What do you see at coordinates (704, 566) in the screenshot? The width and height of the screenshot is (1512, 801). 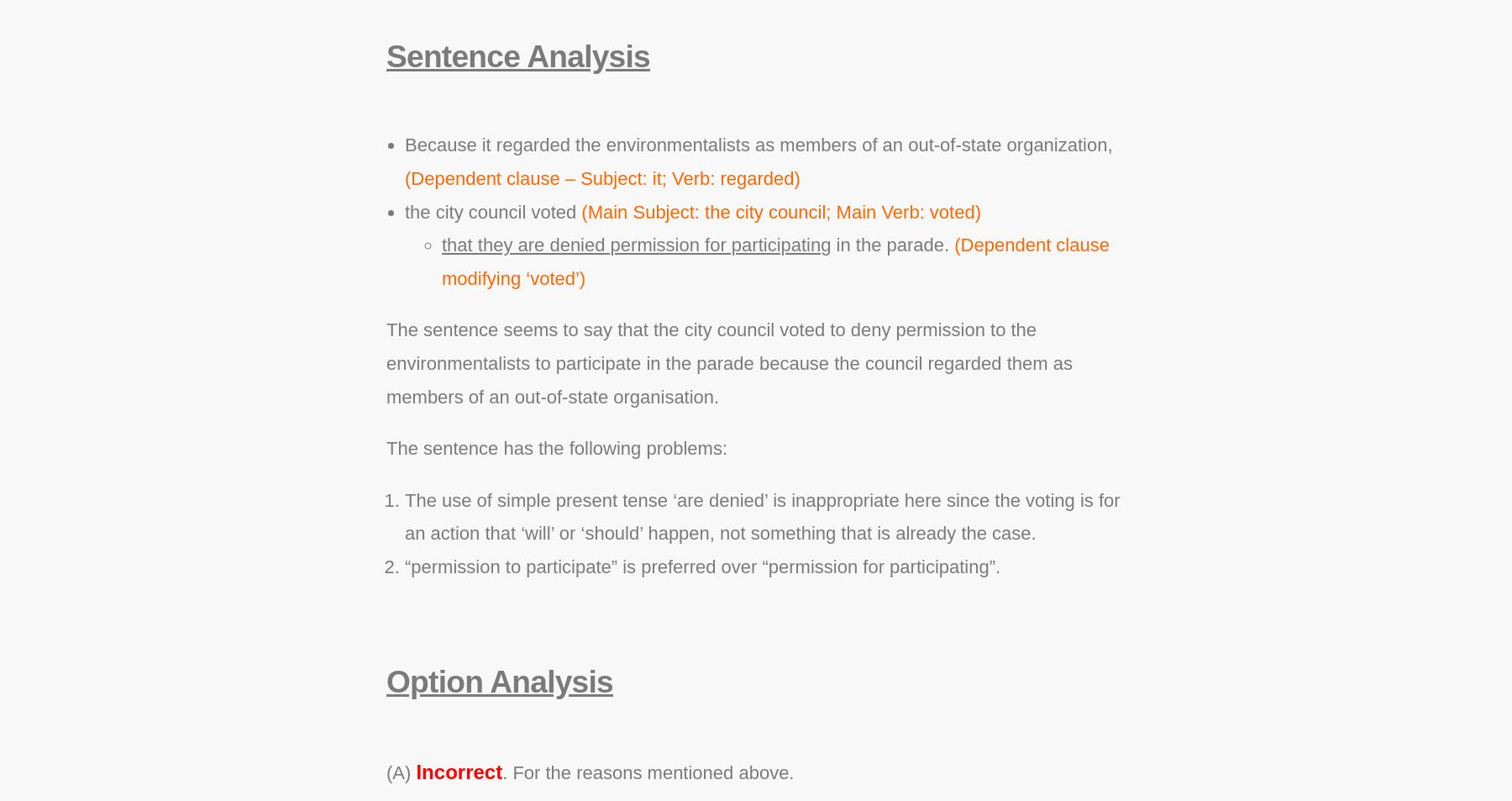 I see `'“permission to participate” is preferred over “permission for participating”.'` at bounding box center [704, 566].